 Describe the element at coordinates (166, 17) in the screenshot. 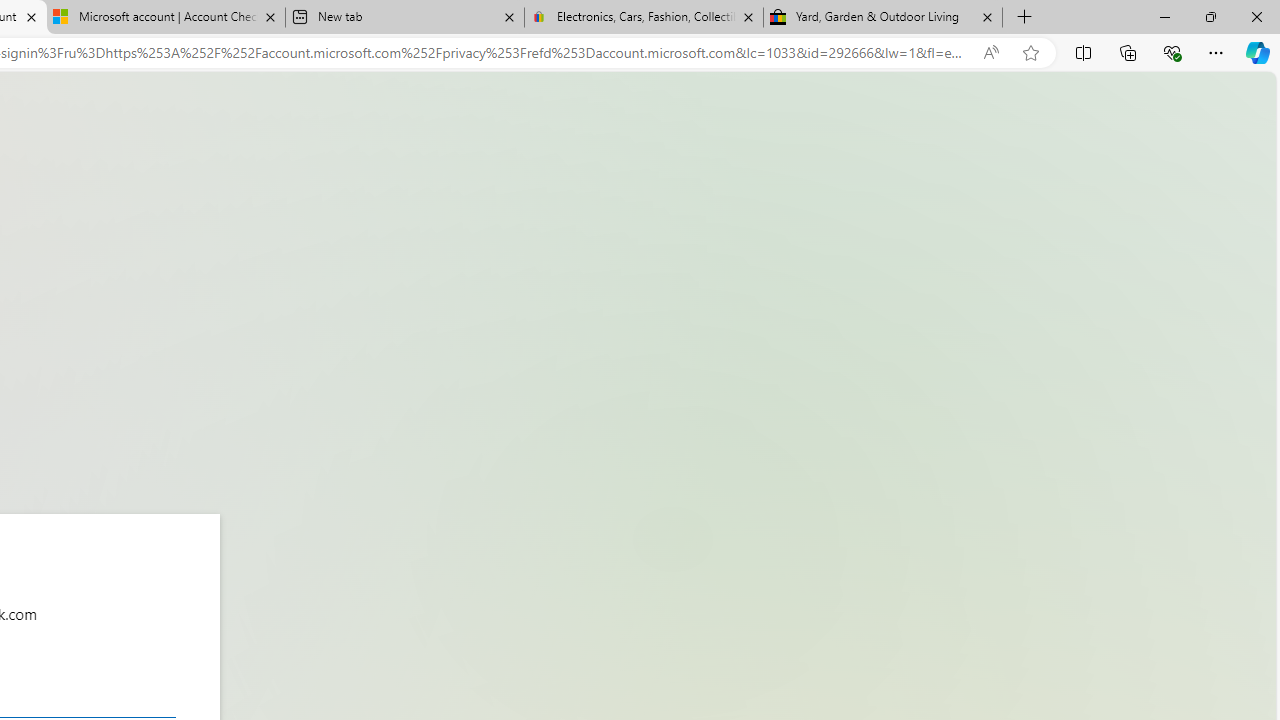

I see `'Microsoft account | Account Checkup'` at that location.